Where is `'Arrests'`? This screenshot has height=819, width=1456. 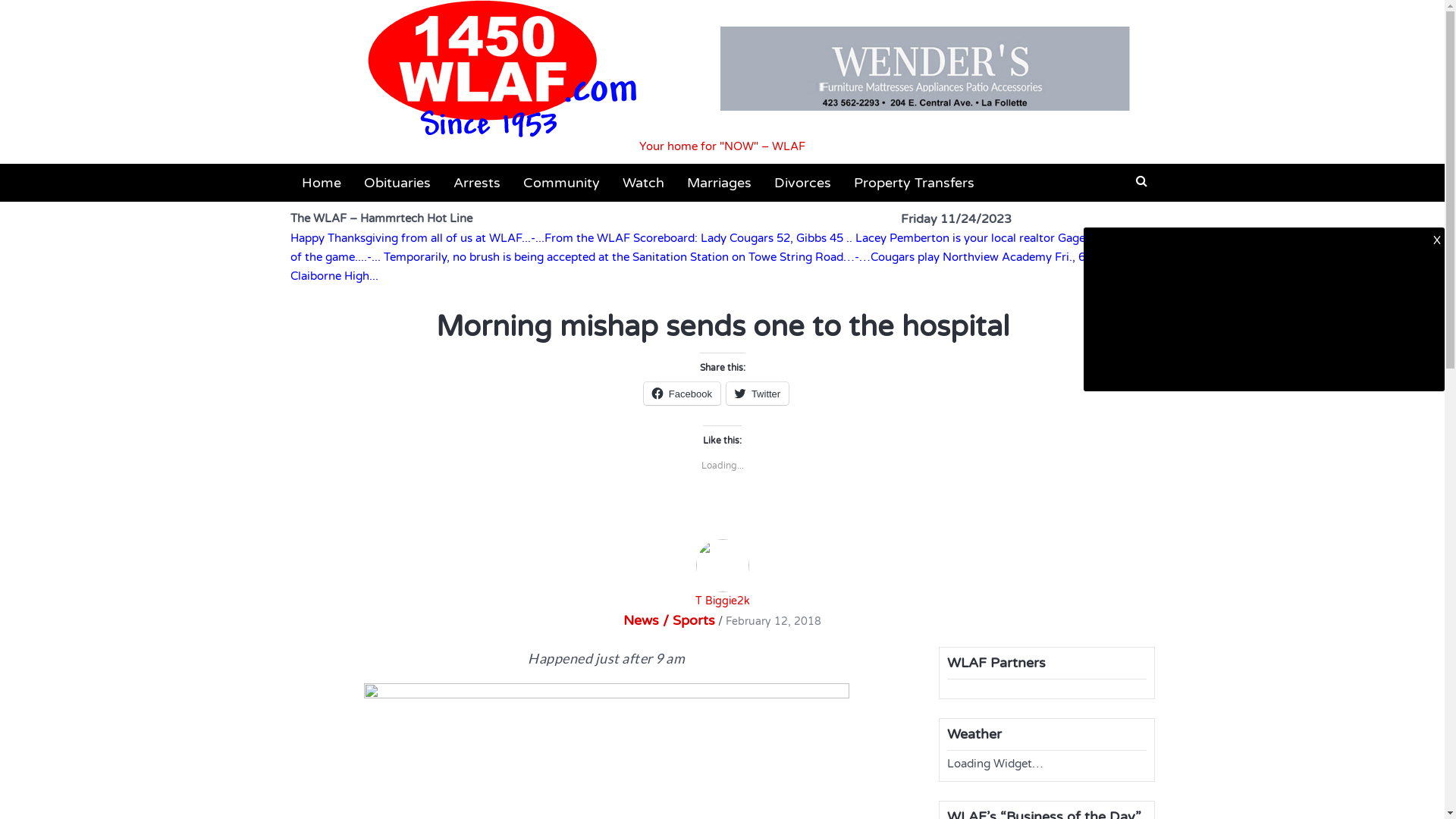
'Arrests' is located at coordinates (475, 181).